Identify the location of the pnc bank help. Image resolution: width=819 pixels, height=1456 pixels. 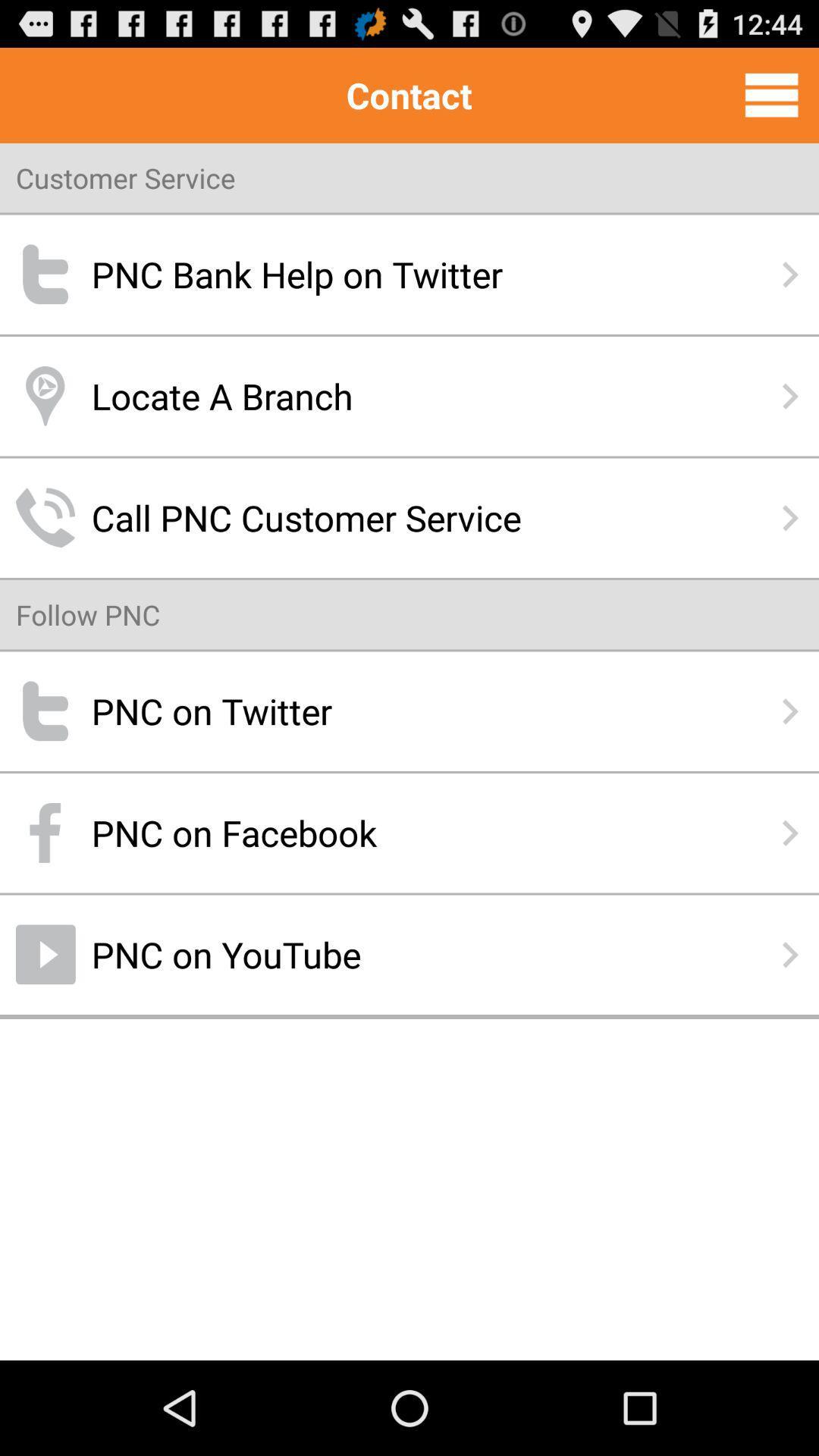
(409, 275).